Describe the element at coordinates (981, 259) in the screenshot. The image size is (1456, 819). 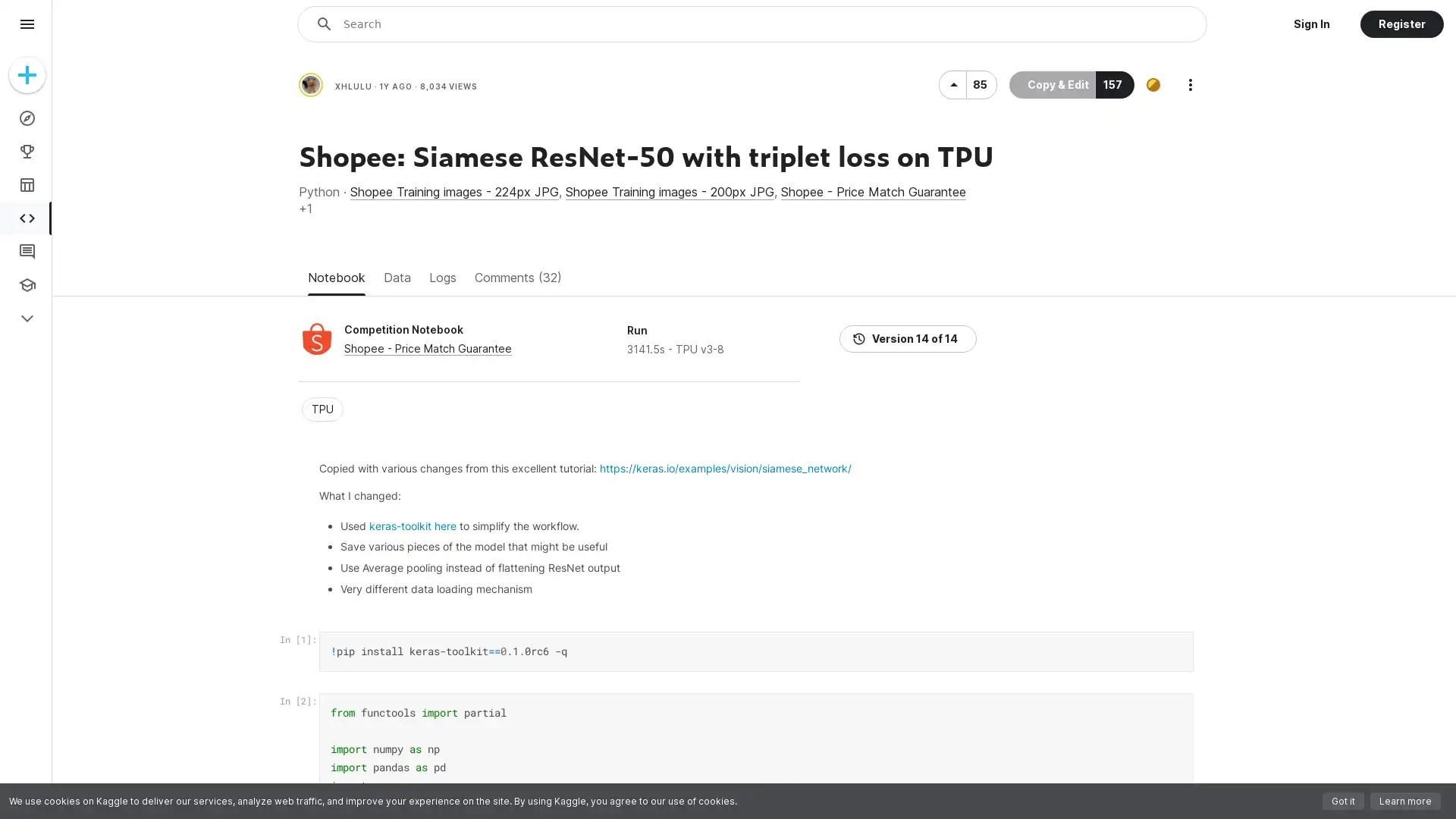
I see `85 votes` at that location.